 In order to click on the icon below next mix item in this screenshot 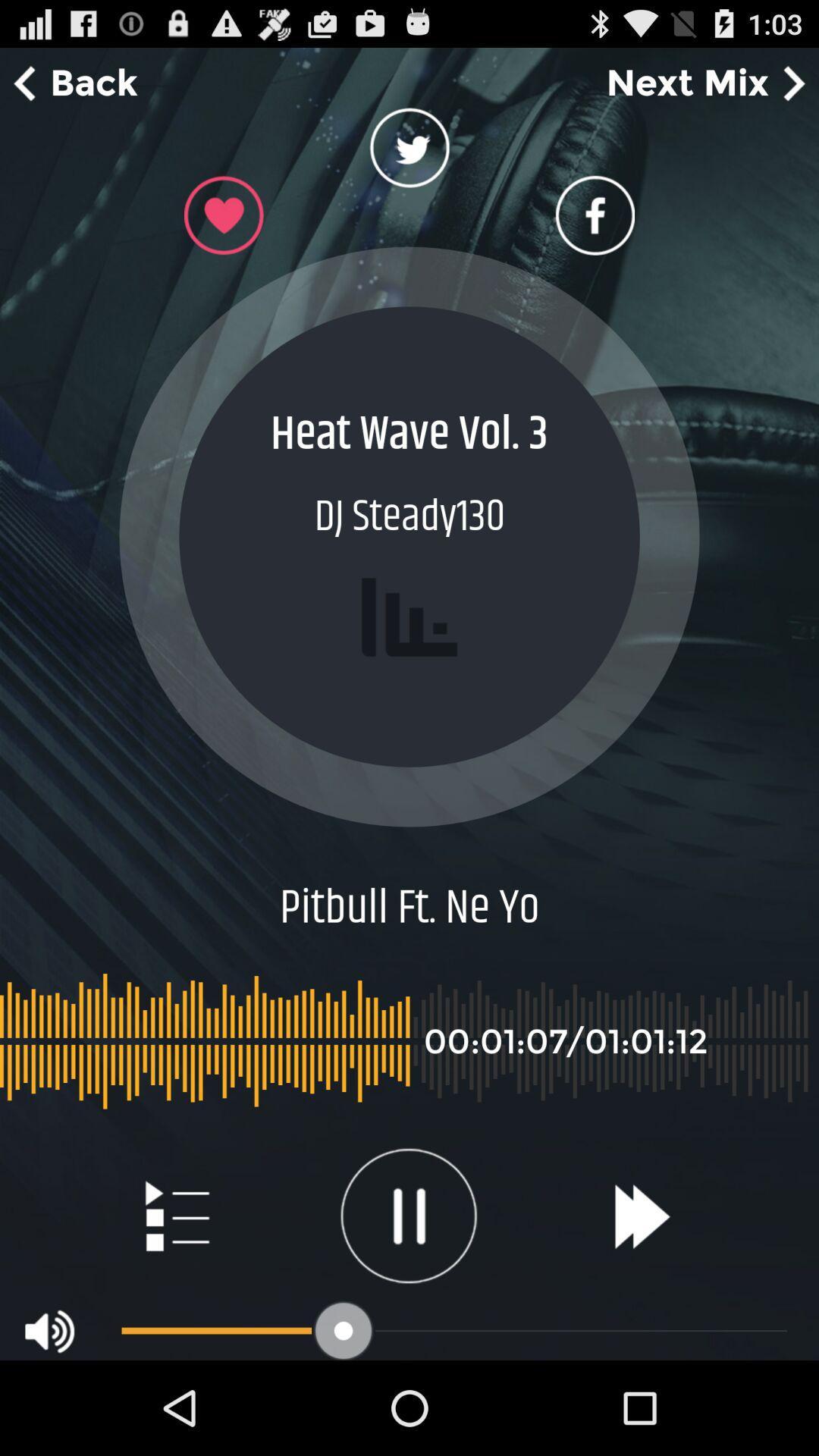, I will do `click(594, 215)`.